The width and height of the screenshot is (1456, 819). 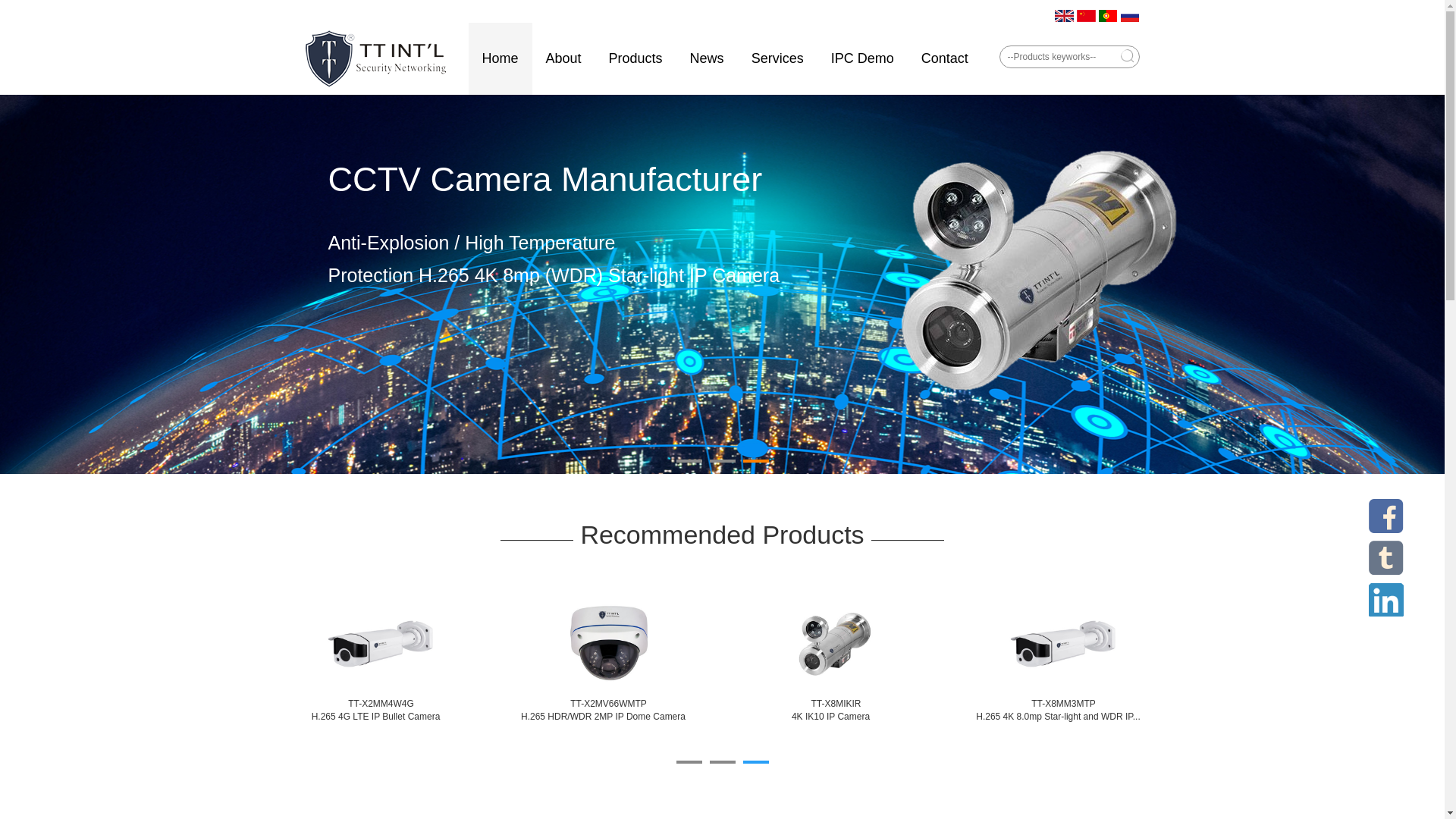 What do you see at coordinates (862, 58) in the screenshot?
I see `'IPC Demo'` at bounding box center [862, 58].